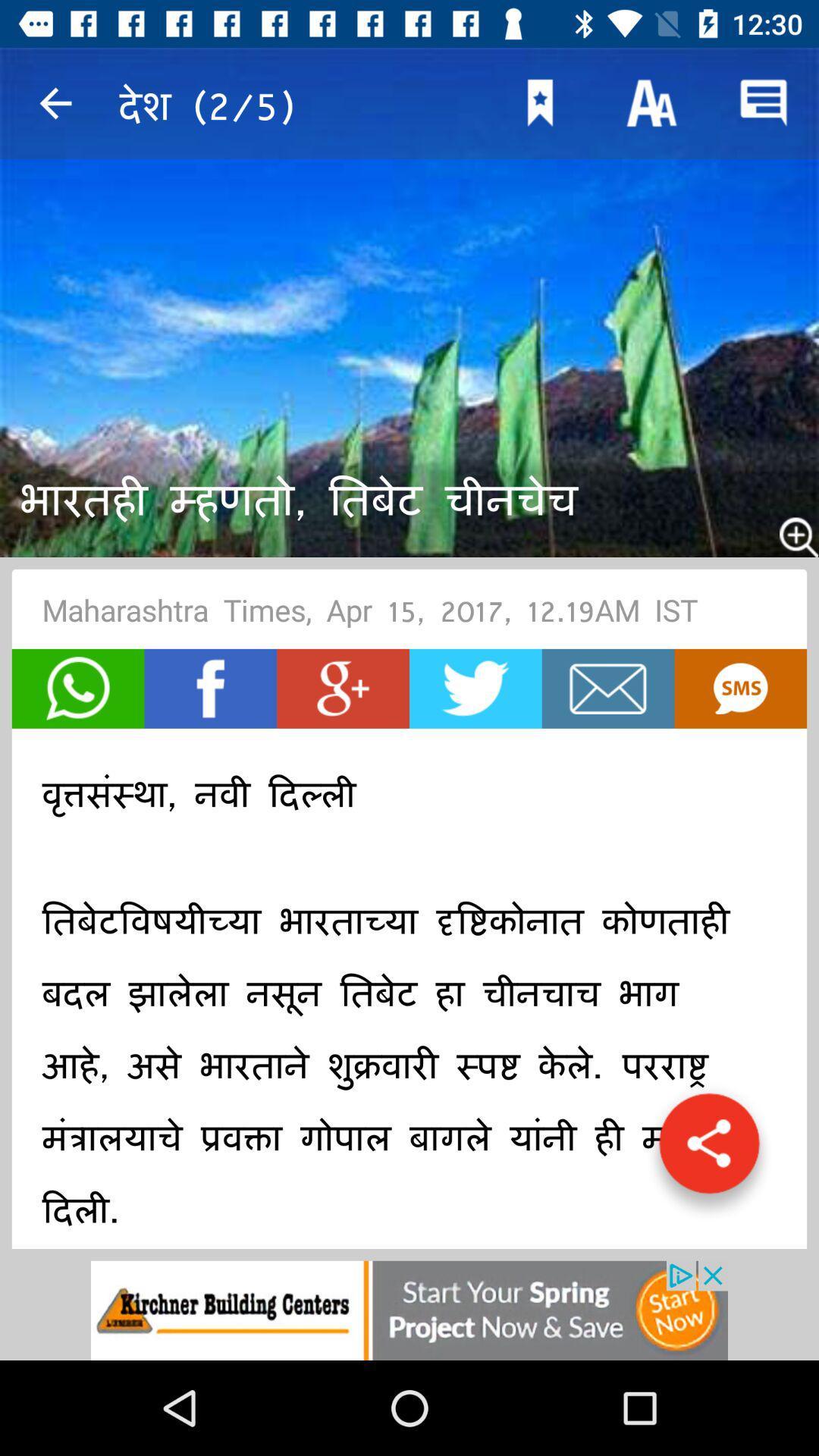 This screenshot has width=819, height=1456. What do you see at coordinates (607, 688) in the screenshot?
I see `mail` at bounding box center [607, 688].